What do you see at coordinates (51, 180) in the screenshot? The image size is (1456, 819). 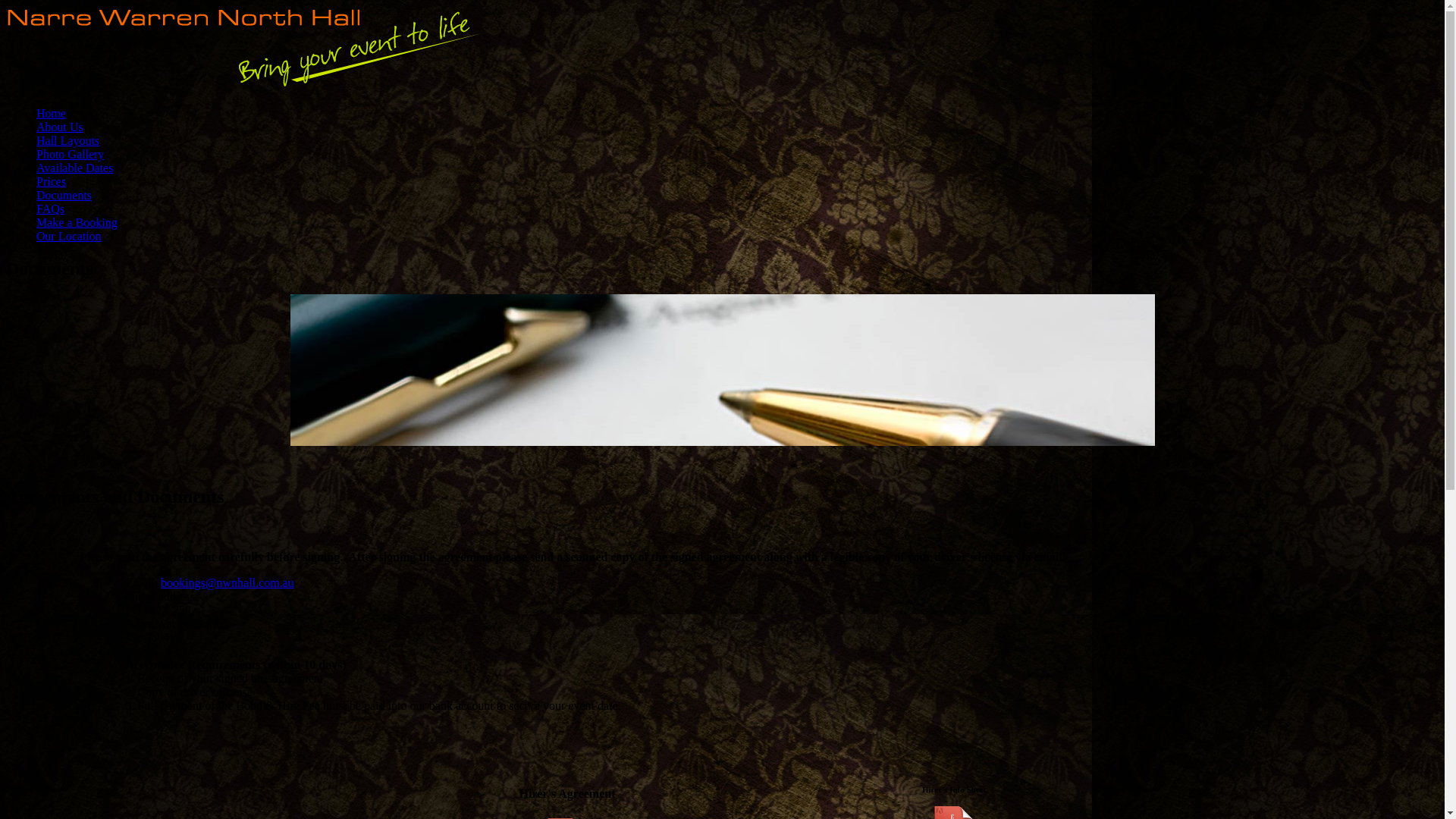 I see `'Prices'` at bounding box center [51, 180].